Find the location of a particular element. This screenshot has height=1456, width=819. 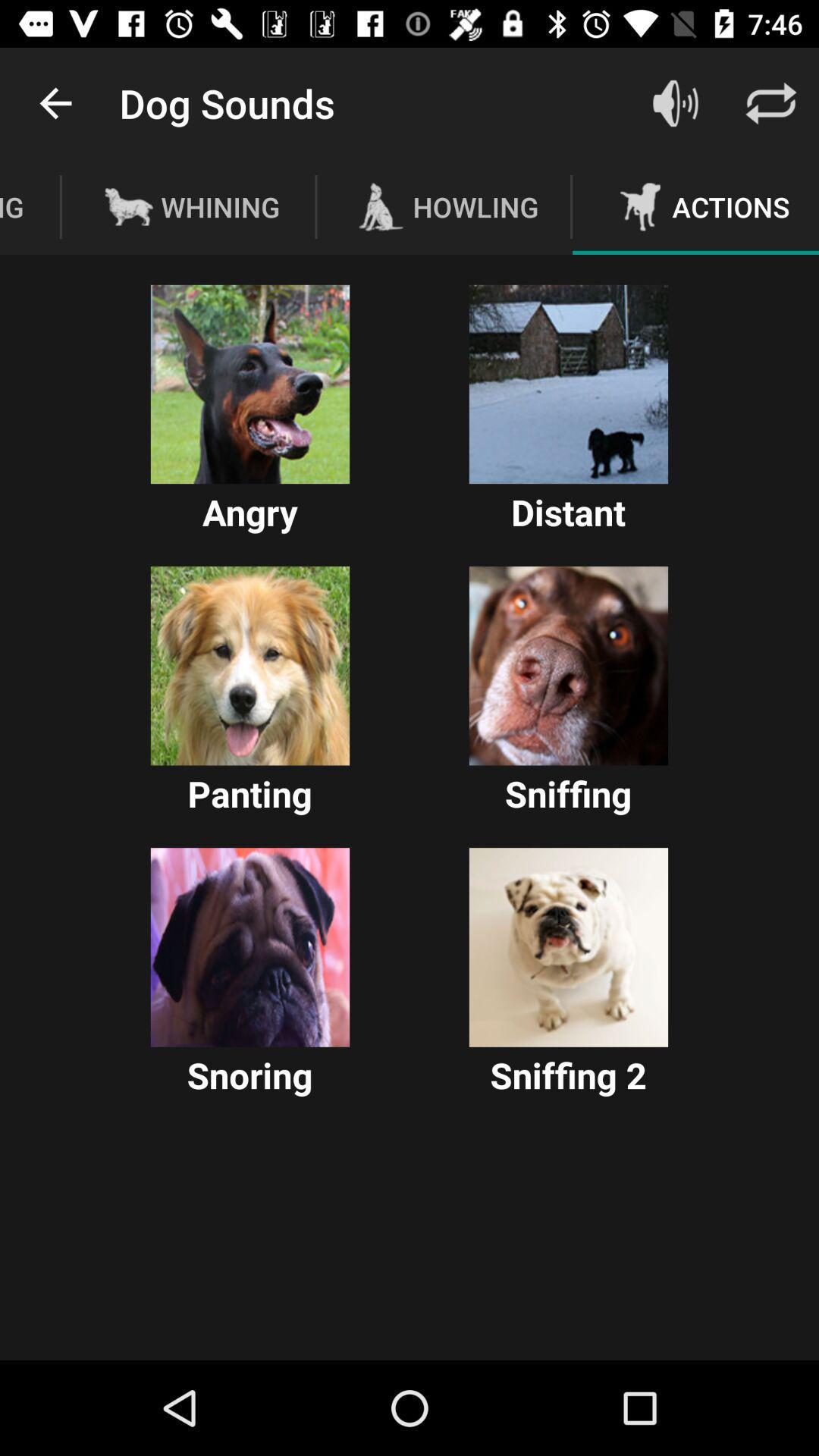

choose option is located at coordinates (249, 384).